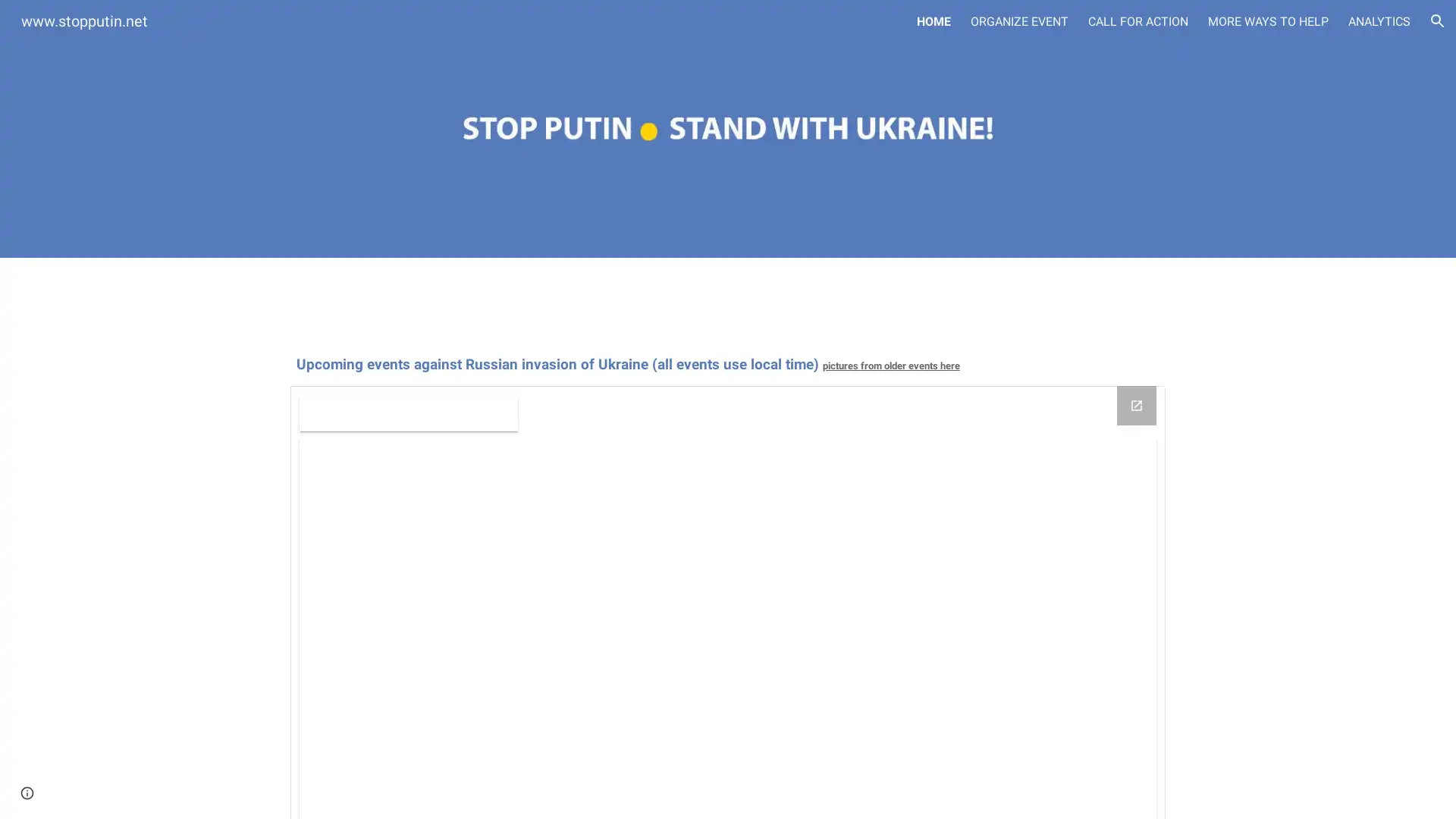 The width and height of the screenshot is (1456, 819). What do you see at coordinates (117, 792) in the screenshot?
I see `Google Sites` at bounding box center [117, 792].